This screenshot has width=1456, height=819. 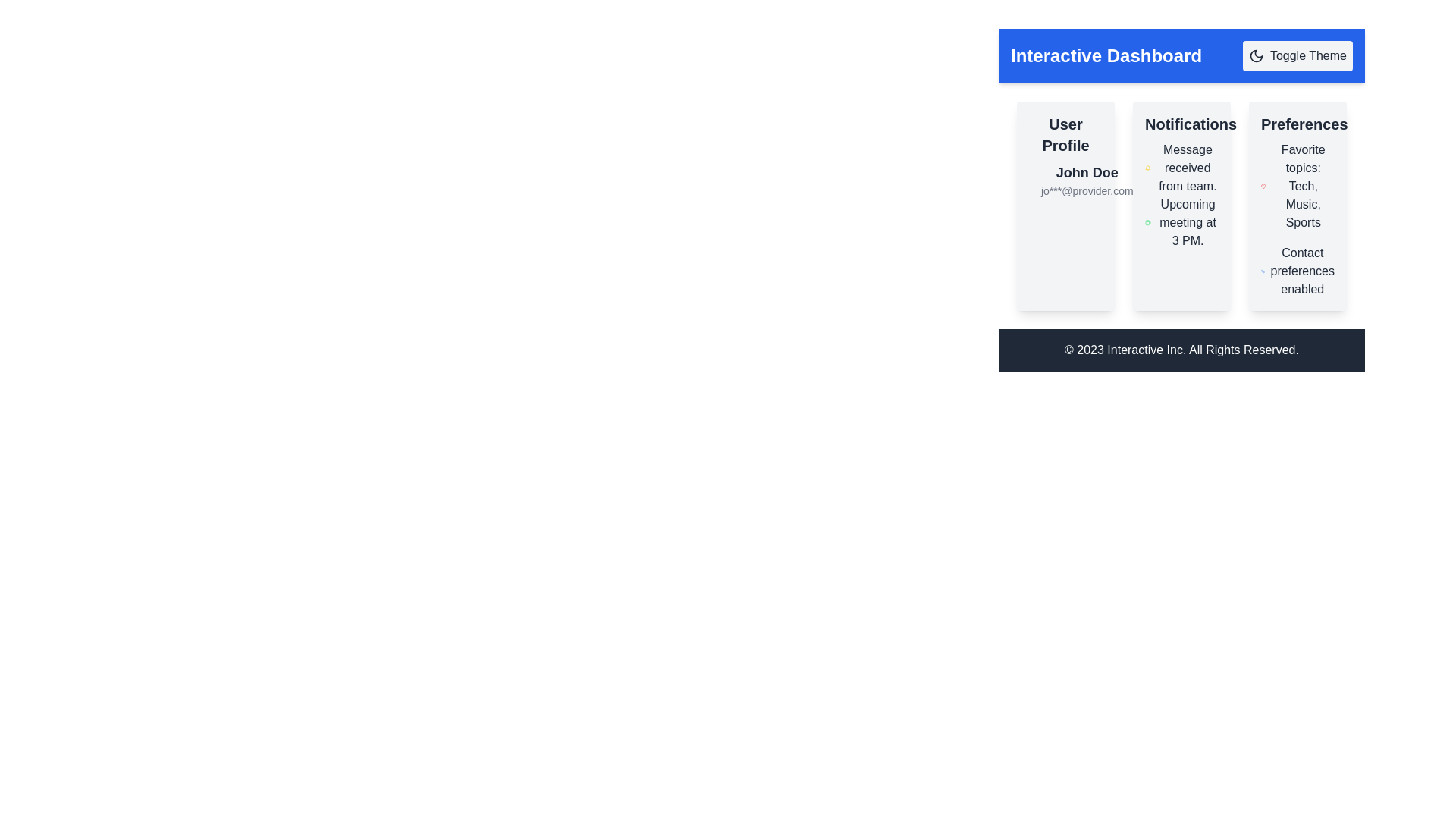 I want to click on the 'John Doe' text label located at the top of the 'User Profile' card, which displays the user's name in bold font, so click(x=1086, y=171).